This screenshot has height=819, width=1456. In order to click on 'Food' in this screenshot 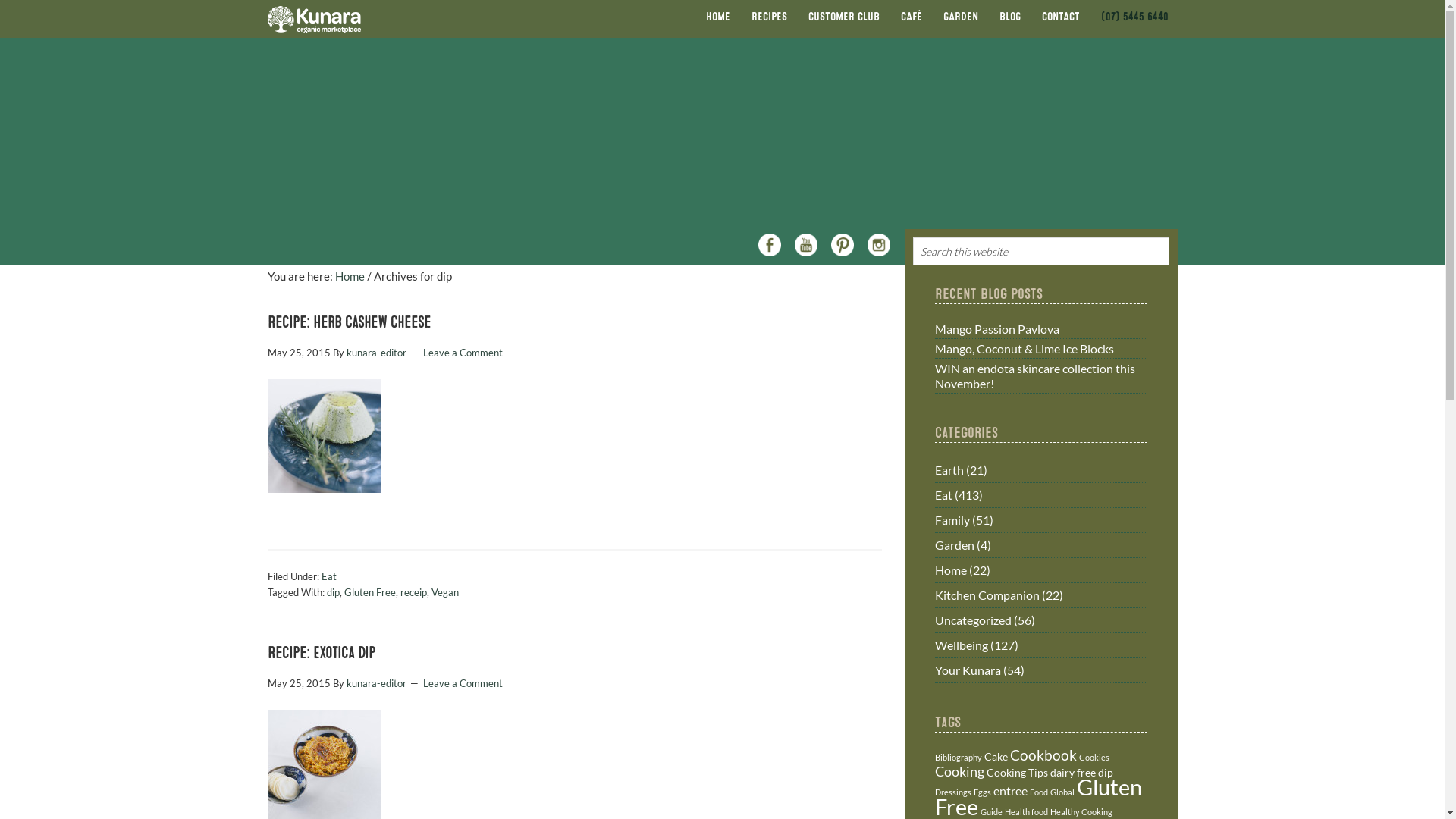, I will do `click(1037, 791)`.